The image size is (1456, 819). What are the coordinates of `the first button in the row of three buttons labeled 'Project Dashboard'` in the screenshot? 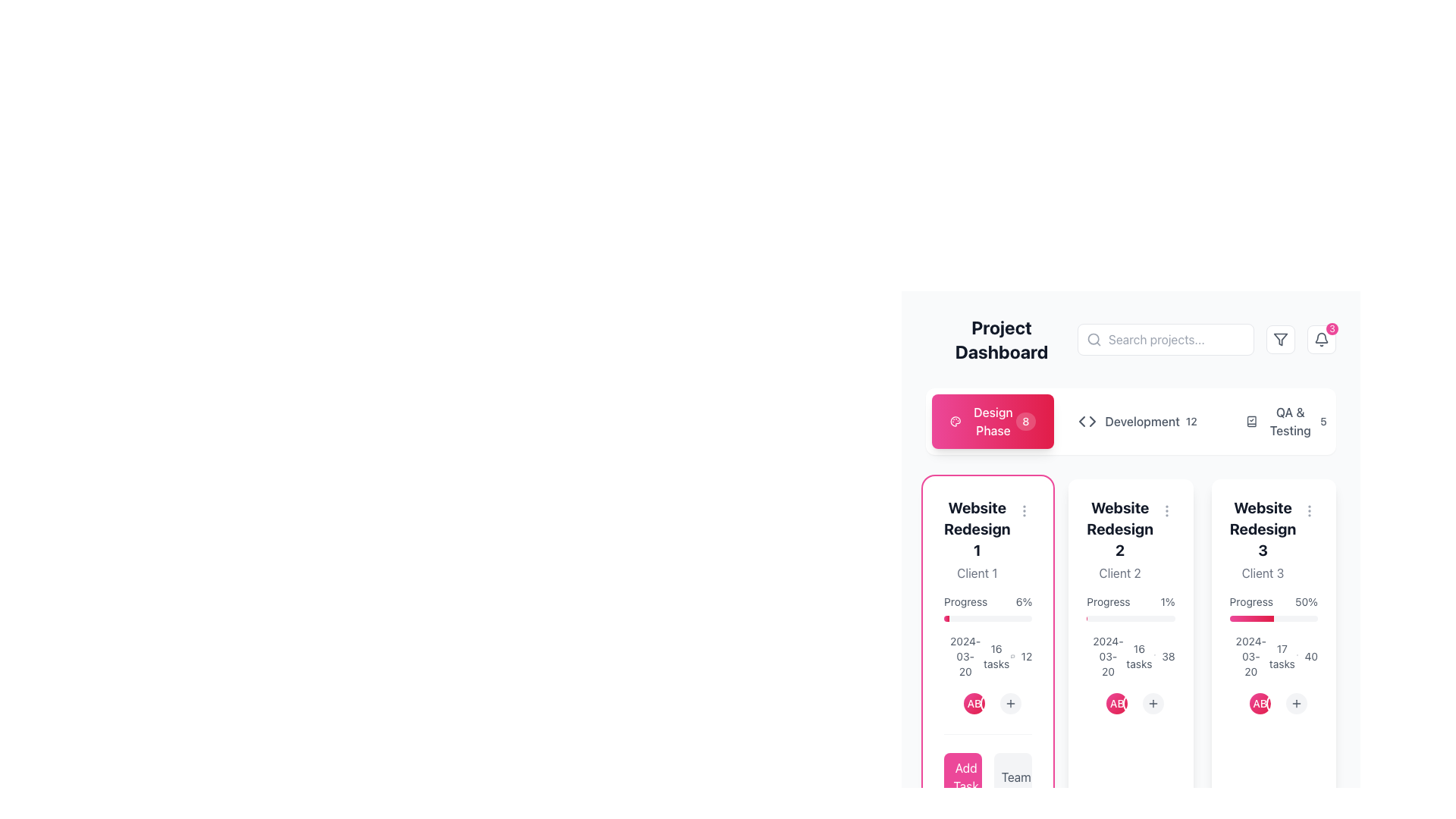 It's located at (993, 421).